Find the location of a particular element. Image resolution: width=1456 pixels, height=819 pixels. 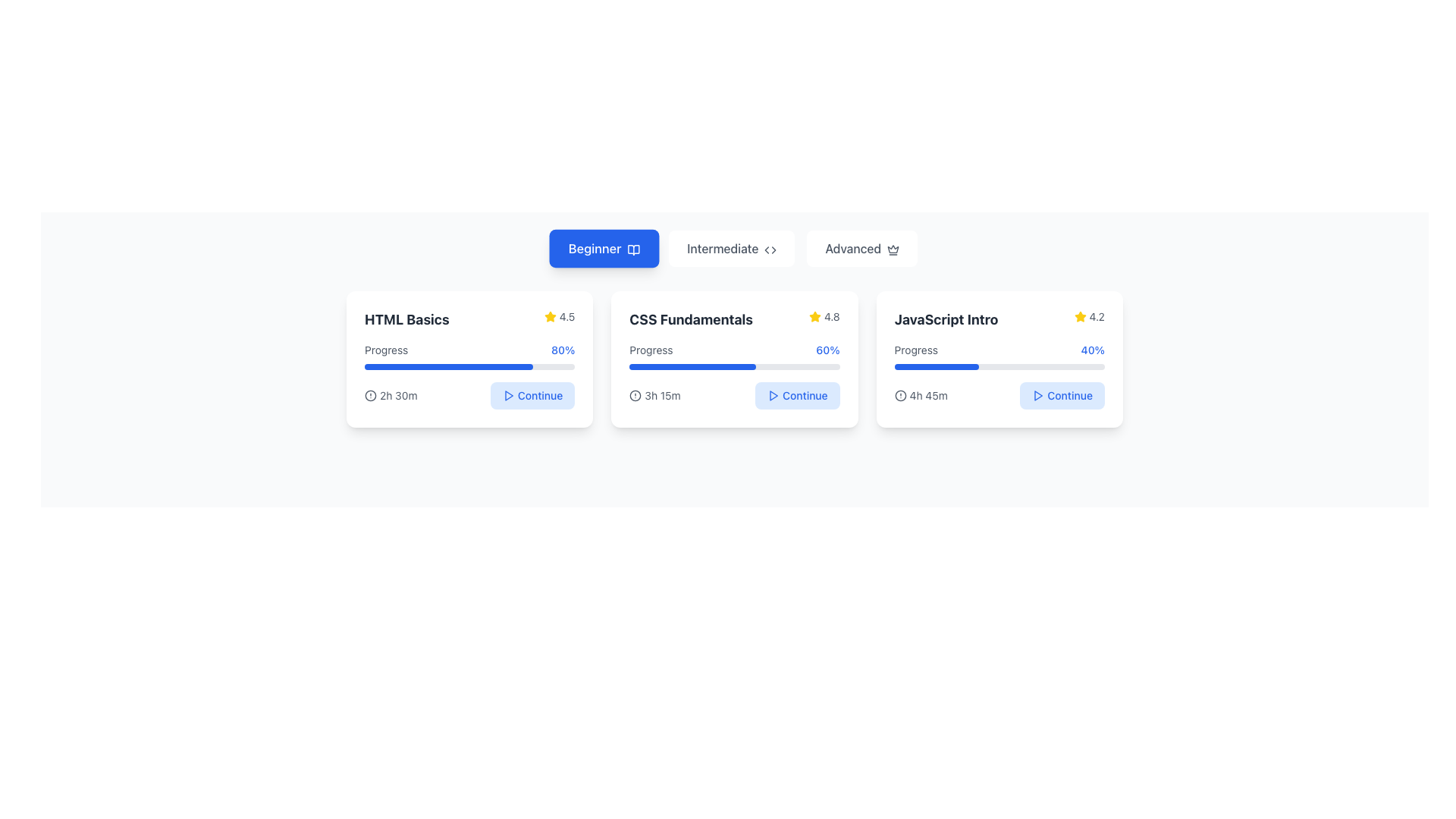

the yellow star icon located in the top-right portion of the JavaScript Intro card, part of a rating system is located at coordinates (1079, 315).